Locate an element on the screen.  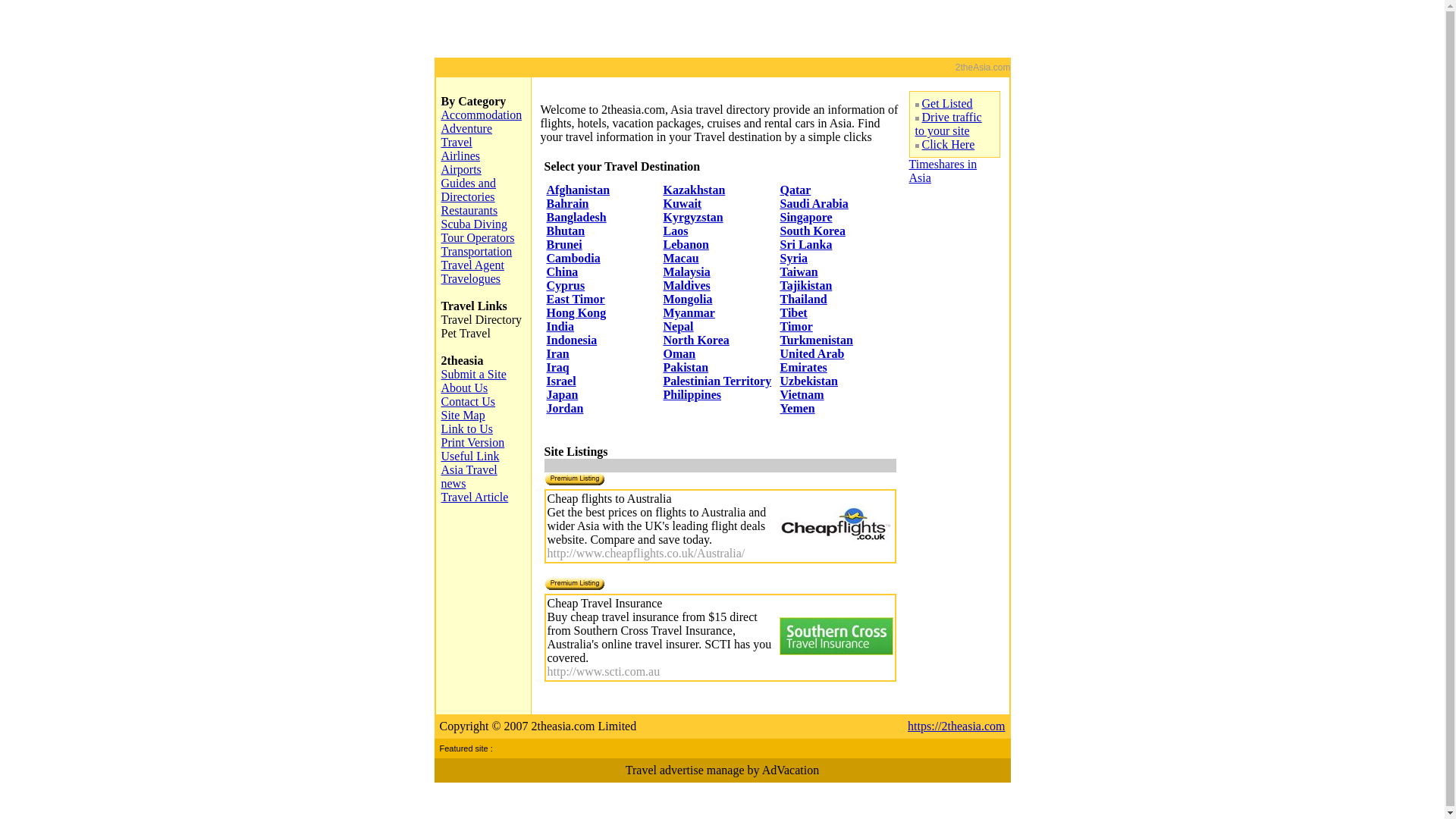
'Kyrgyzstan' is located at coordinates (692, 217).